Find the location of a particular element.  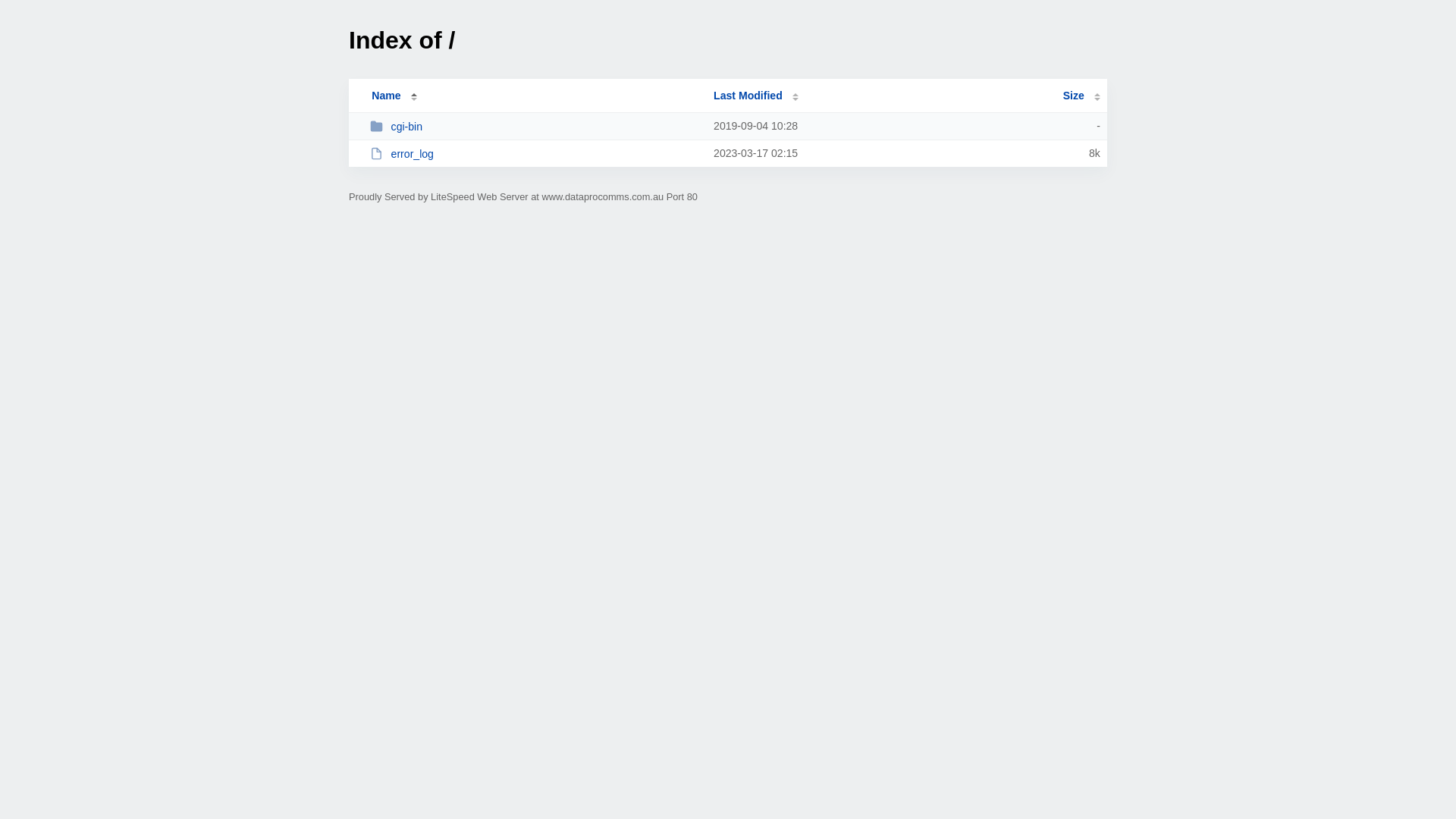

'Size' is located at coordinates (1081, 96).